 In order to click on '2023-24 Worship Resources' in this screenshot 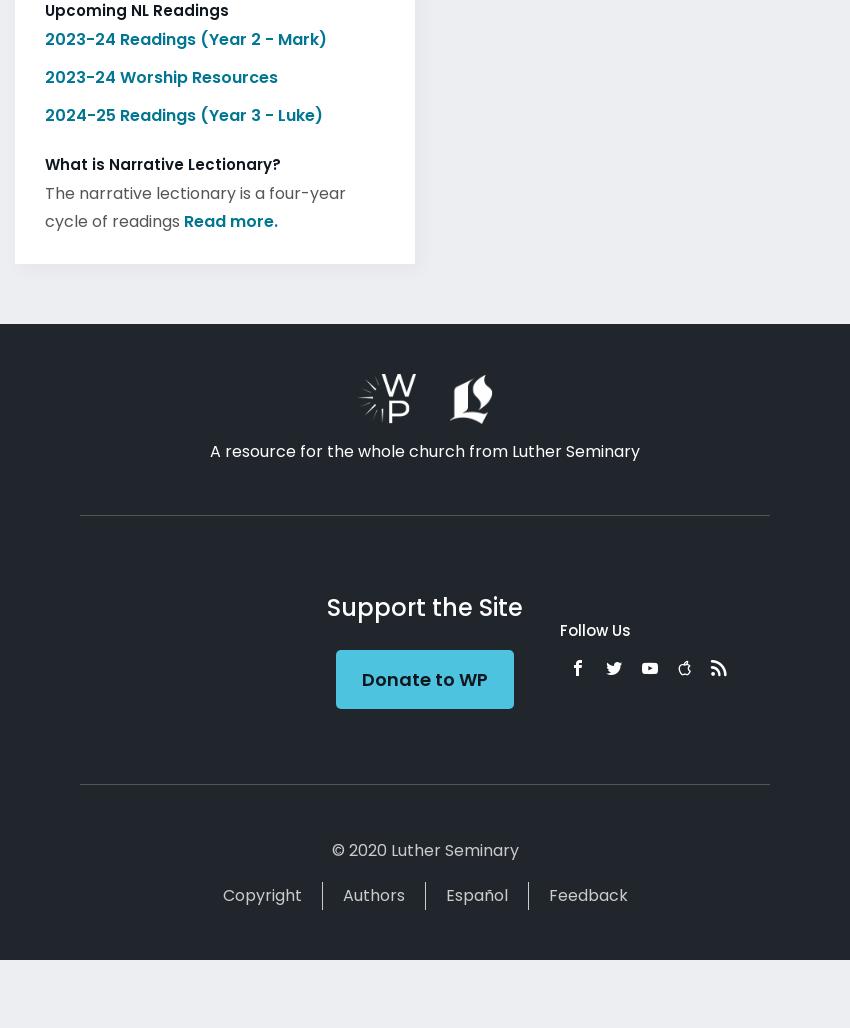, I will do `click(161, 70)`.